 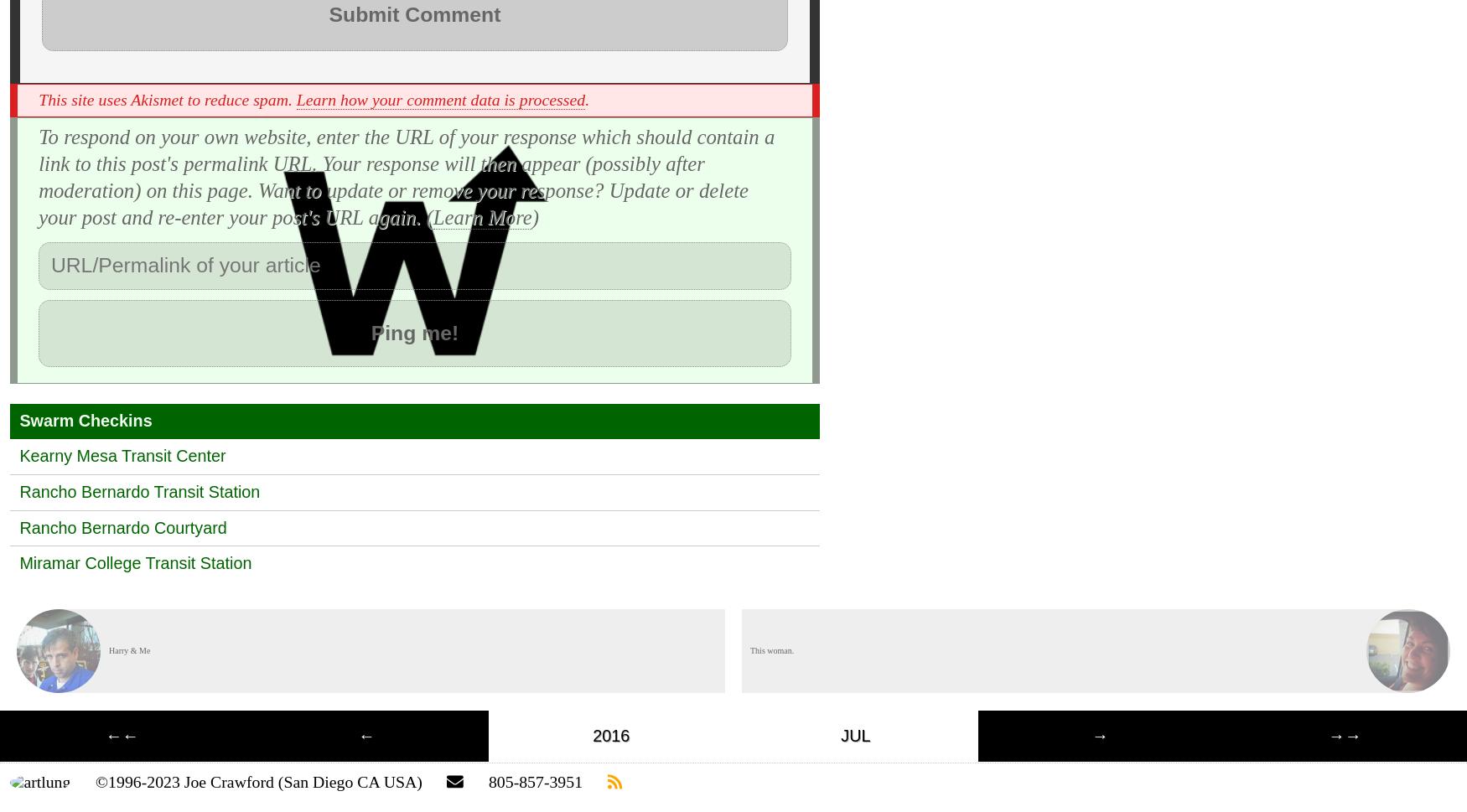 I want to click on 'Joe Crawford (San Diego CA USA)', so click(x=183, y=780).